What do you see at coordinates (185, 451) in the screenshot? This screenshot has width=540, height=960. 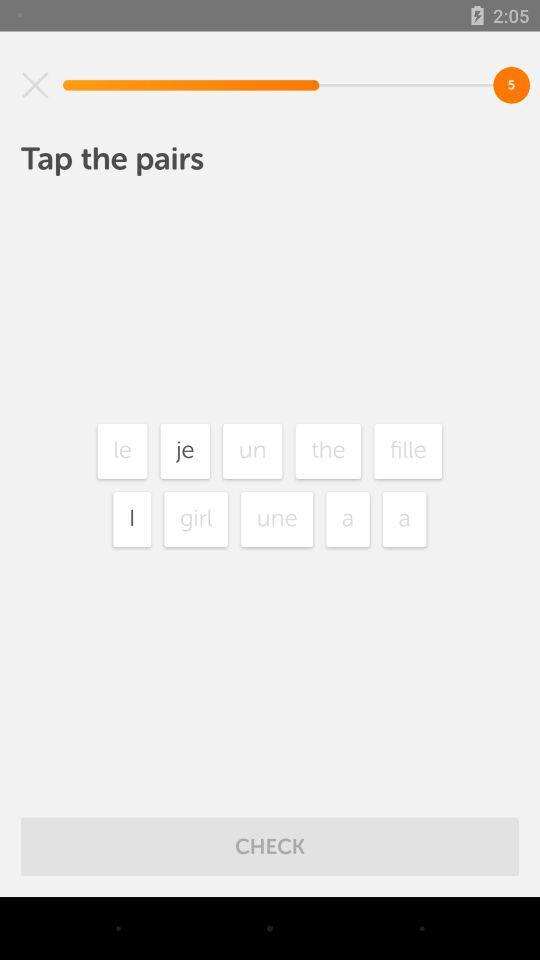 I see `item next to un icon` at bounding box center [185, 451].